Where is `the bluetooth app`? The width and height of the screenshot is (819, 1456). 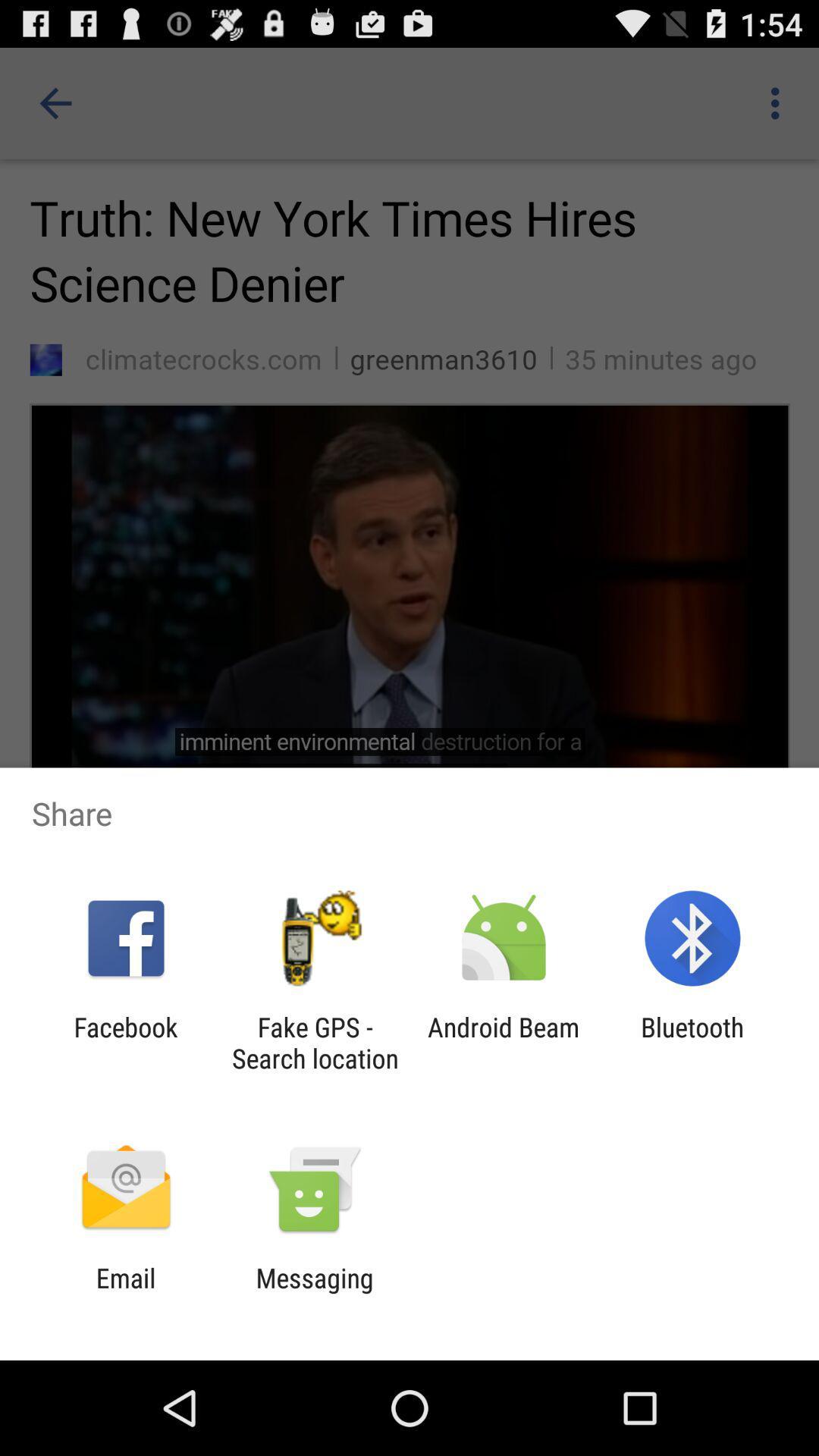 the bluetooth app is located at coordinates (692, 1042).